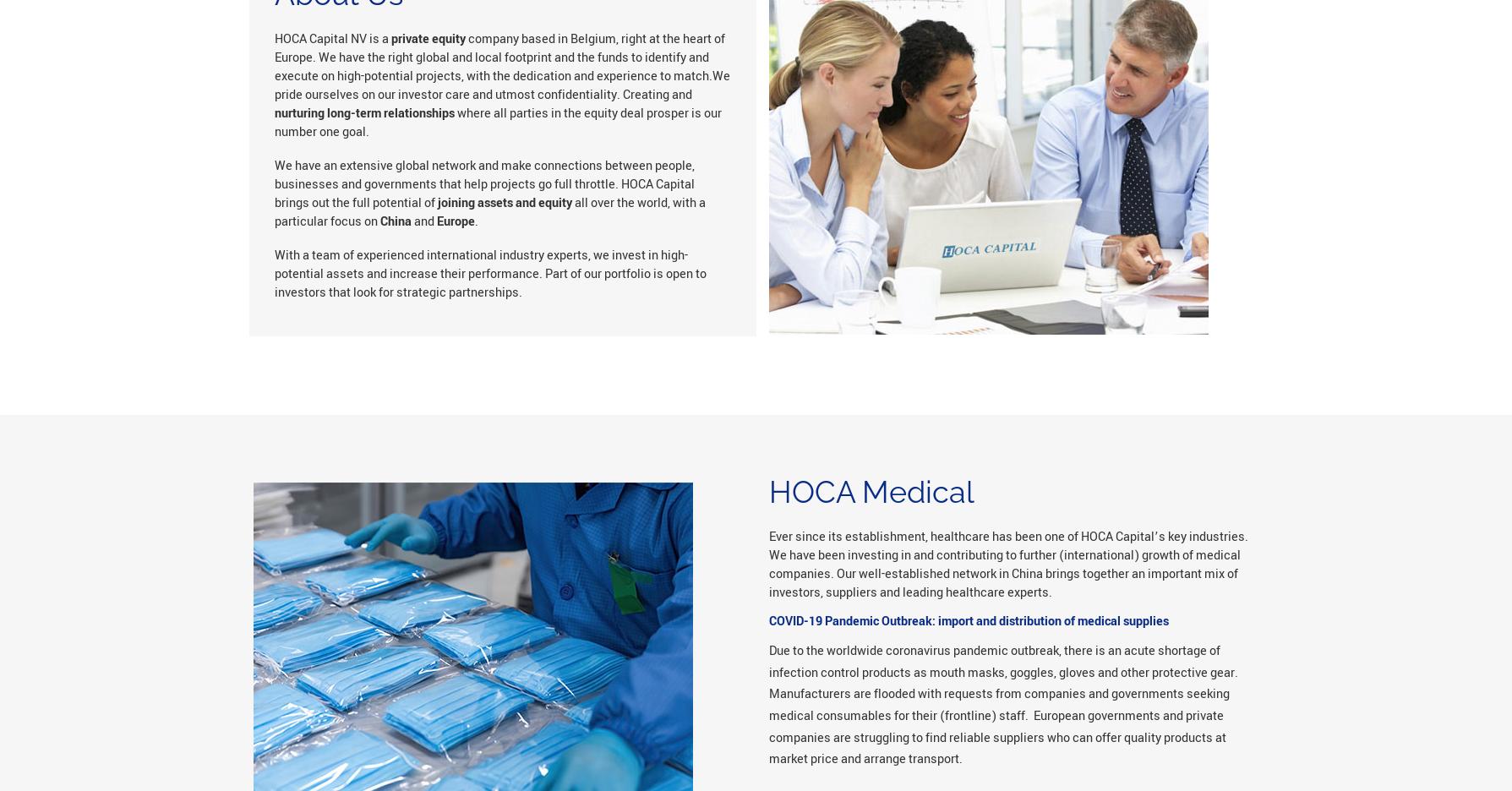 The width and height of the screenshot is (1512, 791). I want to click on 'where all parties in the equity deal prosper is our number one goal.', so click(496, 122).